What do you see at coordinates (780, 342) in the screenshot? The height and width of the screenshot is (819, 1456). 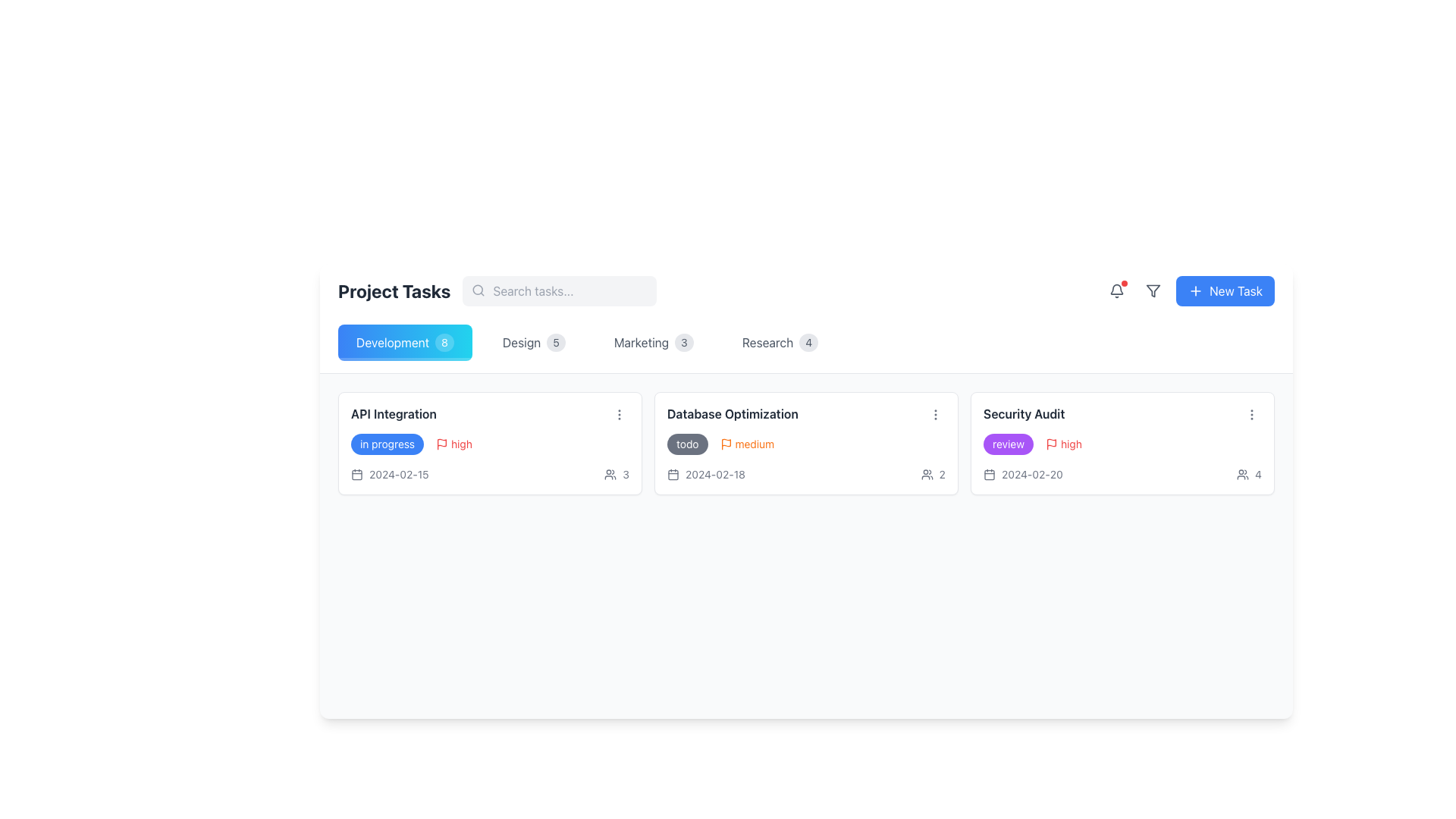 I see `the 'Research' category tab with a badge indicating the number of tasks to filter tasks associated with this category` at bounding box center [780, 342].